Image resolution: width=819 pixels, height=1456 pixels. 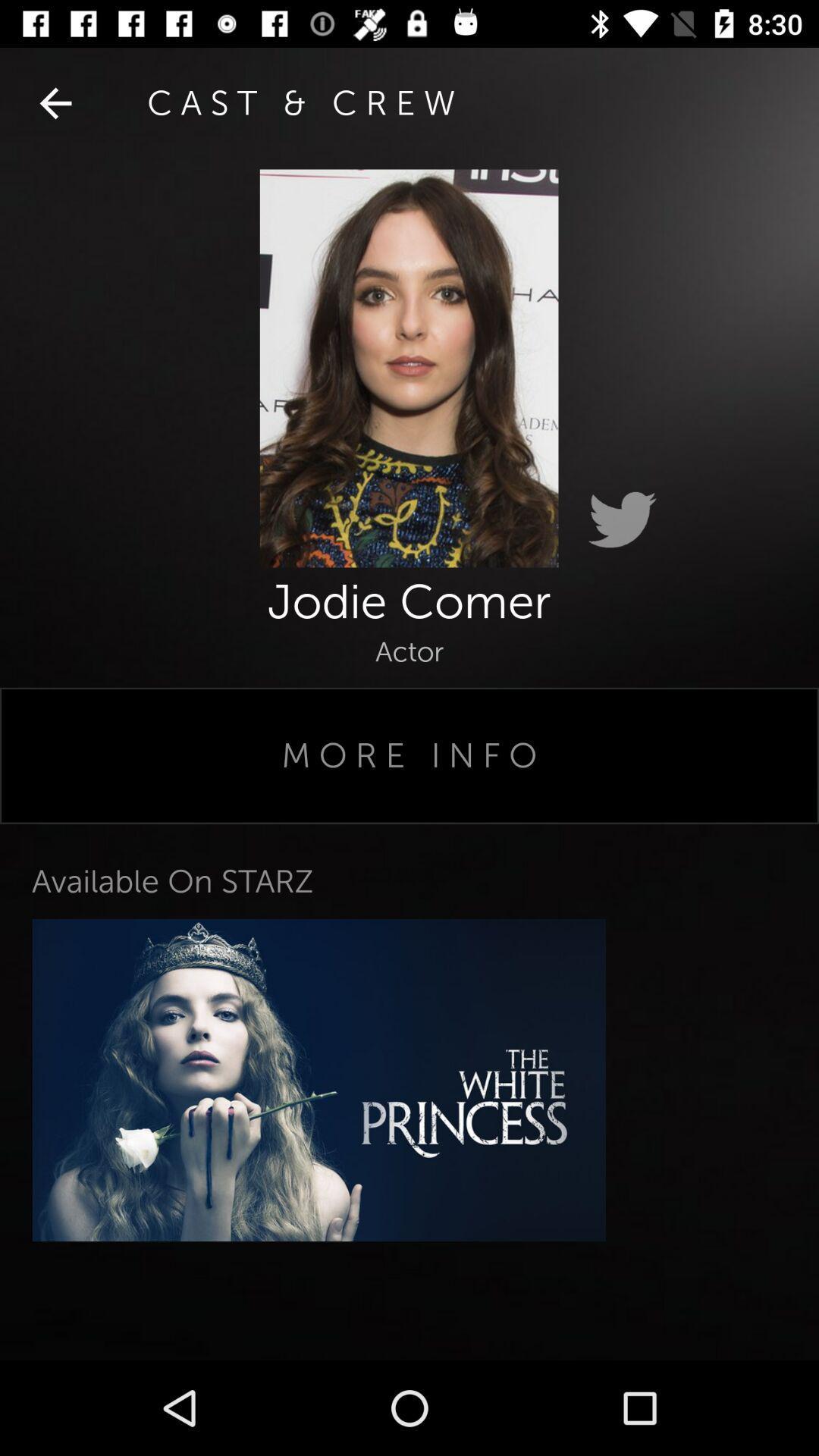 What do you see at coordinates (55, 102) in the screenshot?
I see `the icon above the actor` at bounding box center [55, 102].